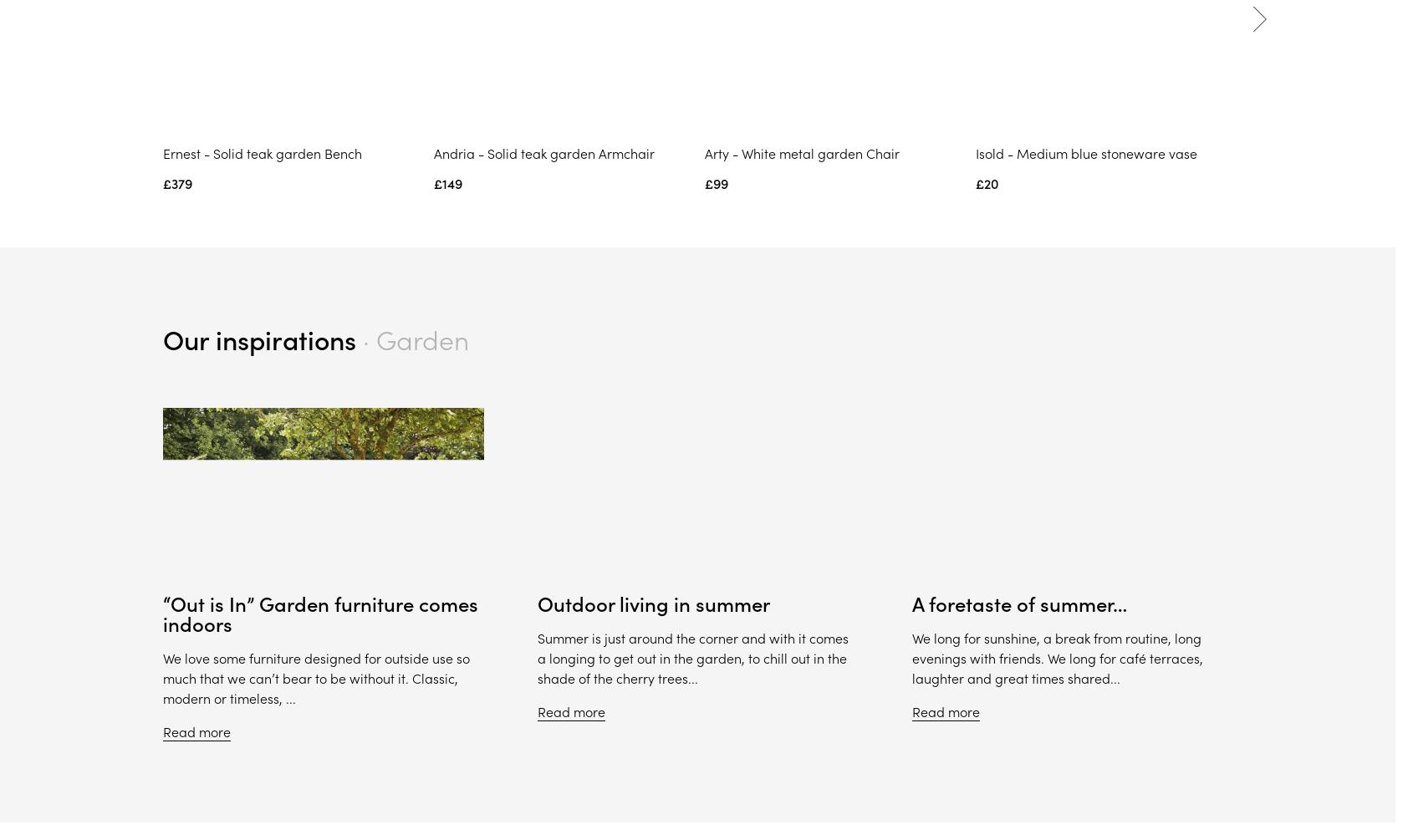  What do you see at coordinates (800, 153) in the screenshot?
I see `'Arty - White metal garden Chair'` at bounding box center [800, 153].